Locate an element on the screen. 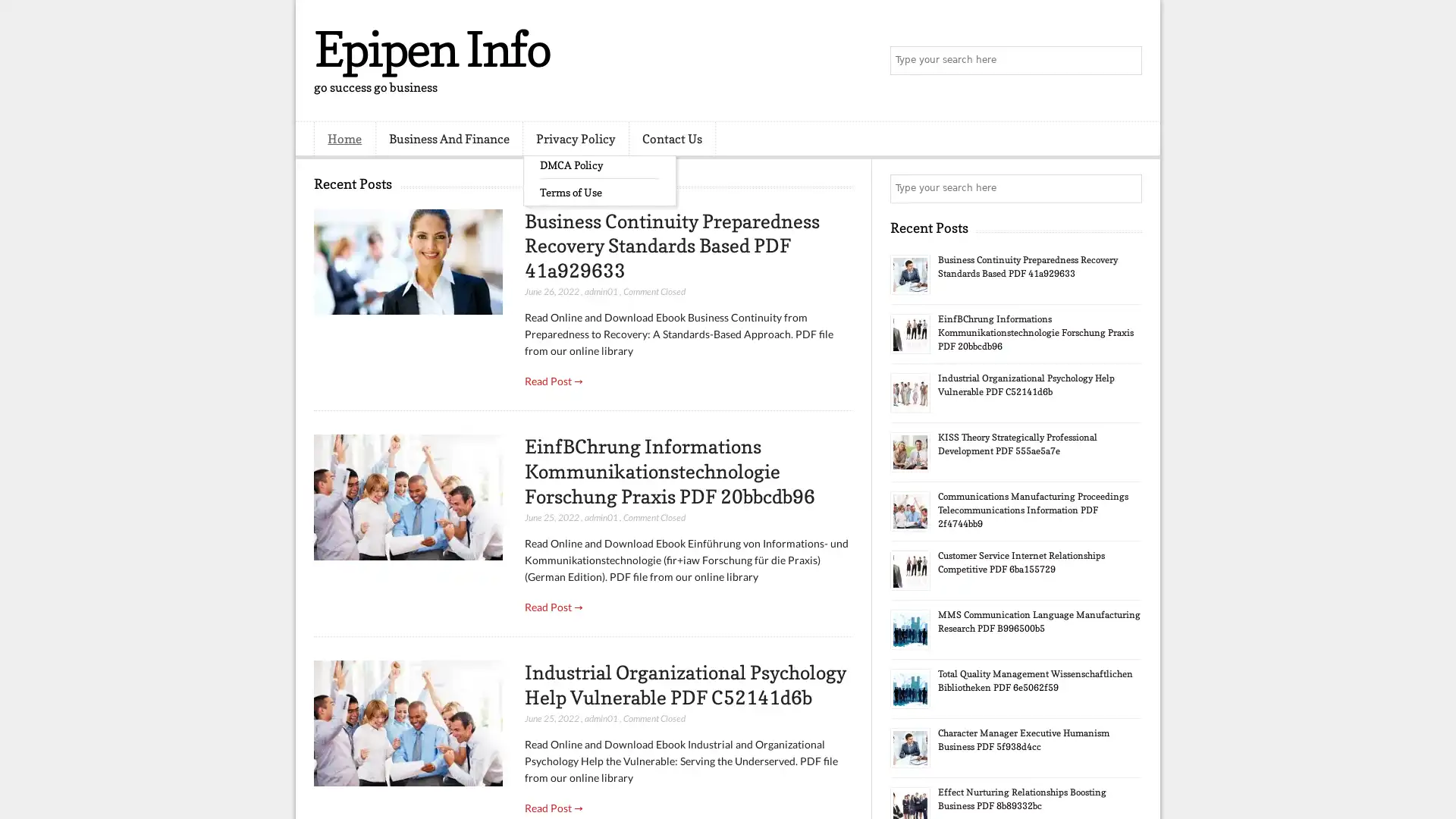 The height and width of the screenshot is (819, 1456). Search is located at coordinates (1126, 188).